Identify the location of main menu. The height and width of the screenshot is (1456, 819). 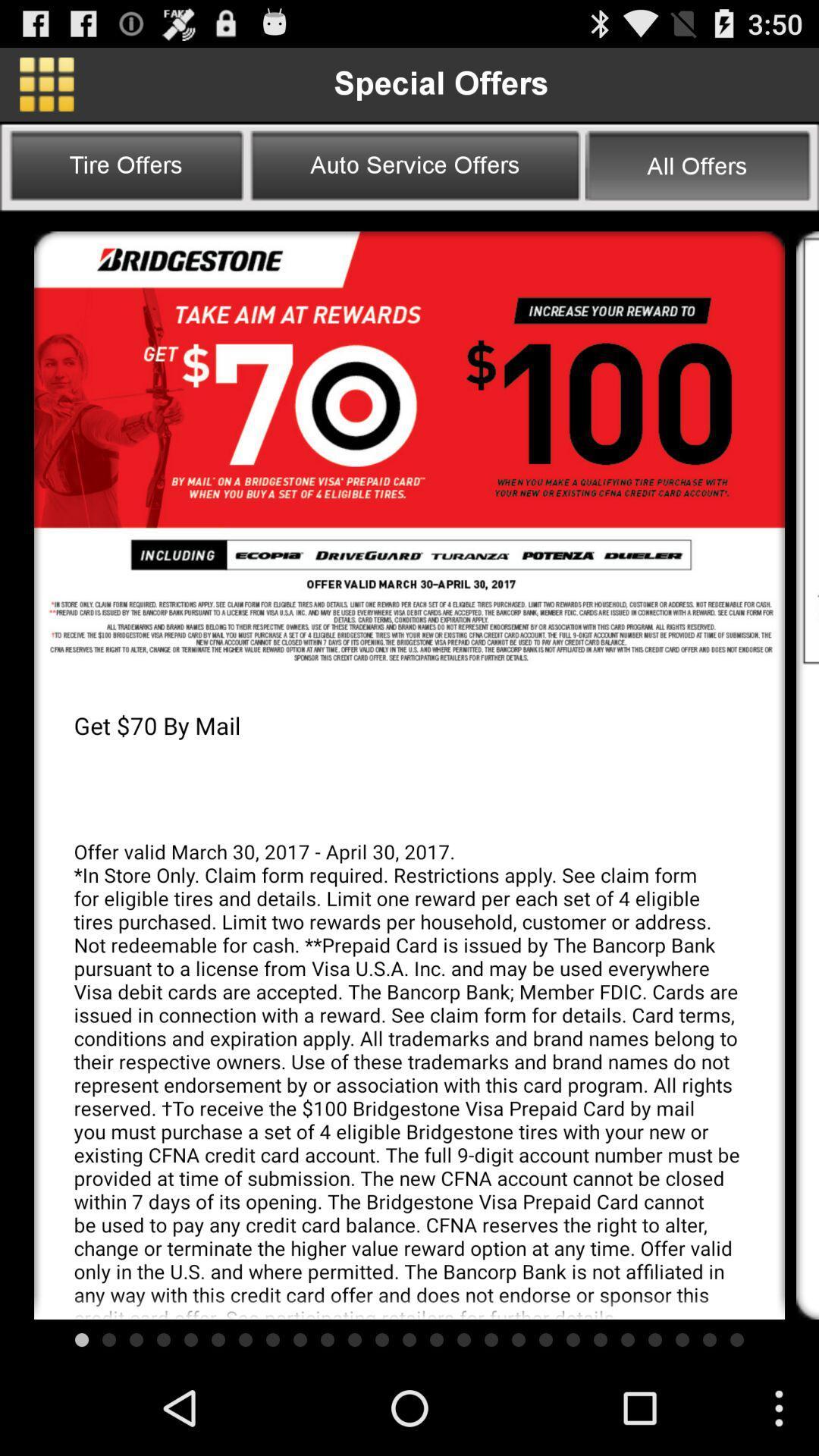
(45, 83).